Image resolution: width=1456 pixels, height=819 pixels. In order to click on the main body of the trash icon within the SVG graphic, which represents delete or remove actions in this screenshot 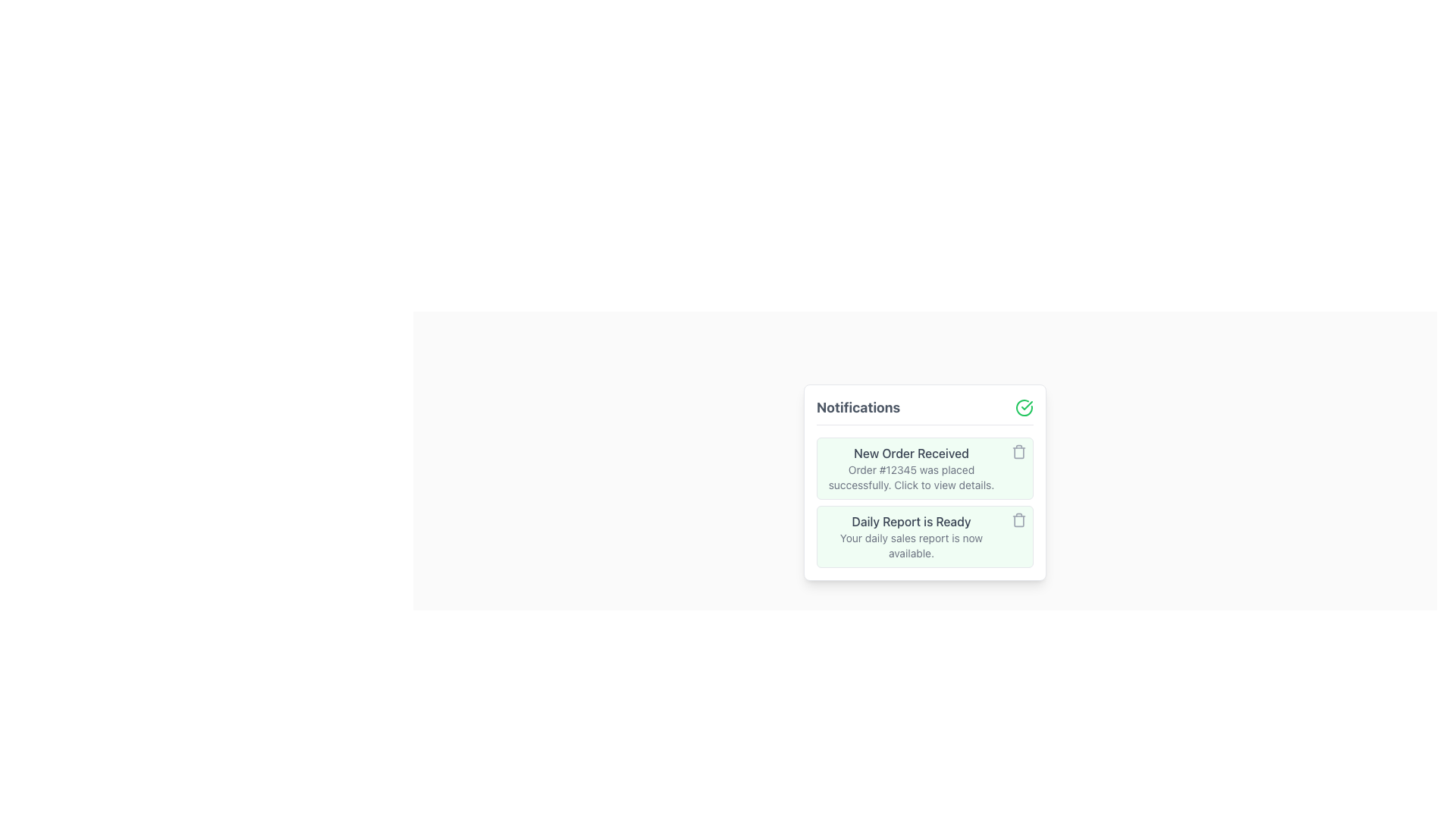, I will do `click(1019, 519)`.